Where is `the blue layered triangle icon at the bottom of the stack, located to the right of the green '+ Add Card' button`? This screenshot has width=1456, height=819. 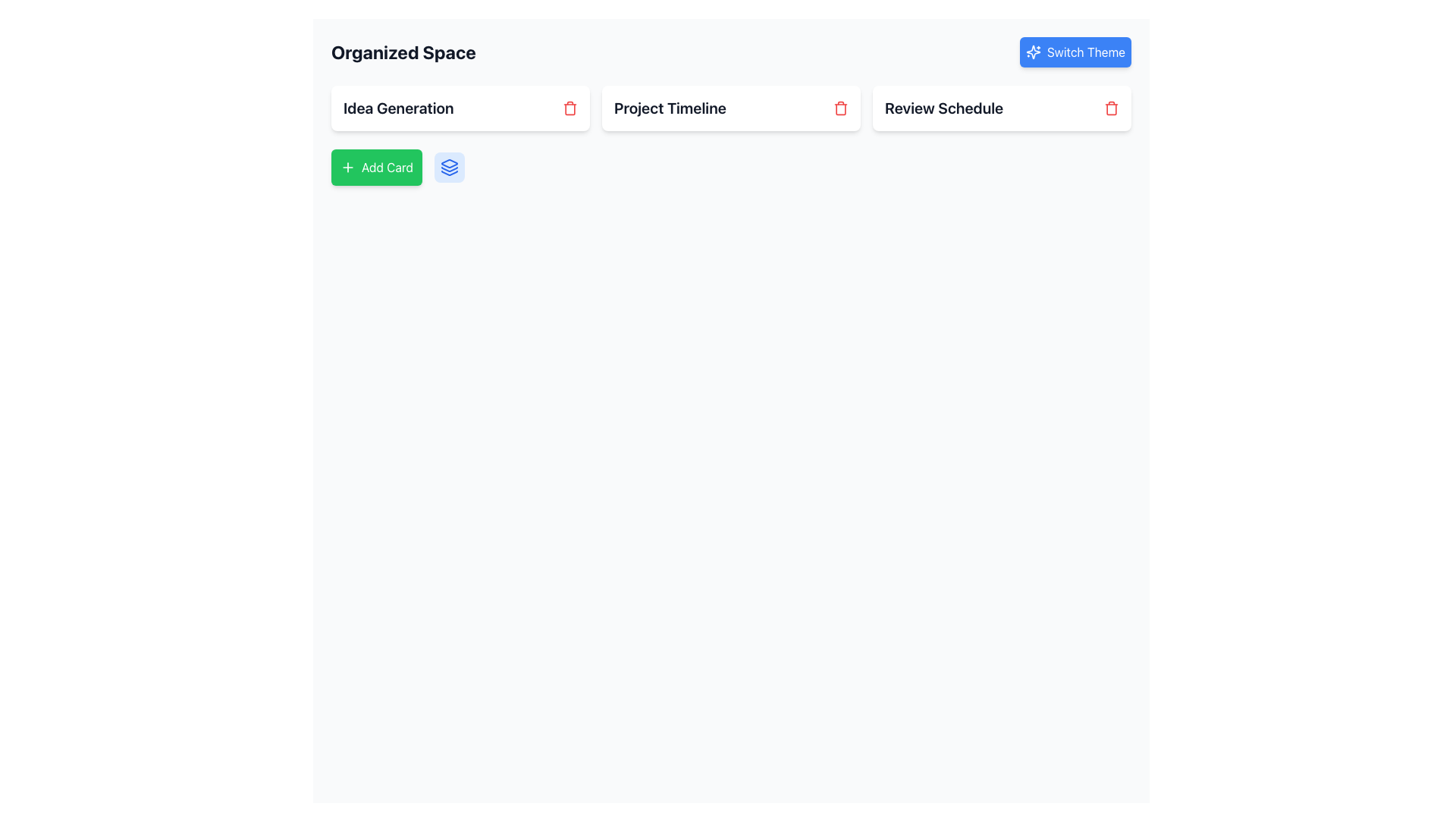
the blue layered triangle icon at the bottom of the stack, located to the right of the green '+ Add Card' button is located at coordinates (448, 172).